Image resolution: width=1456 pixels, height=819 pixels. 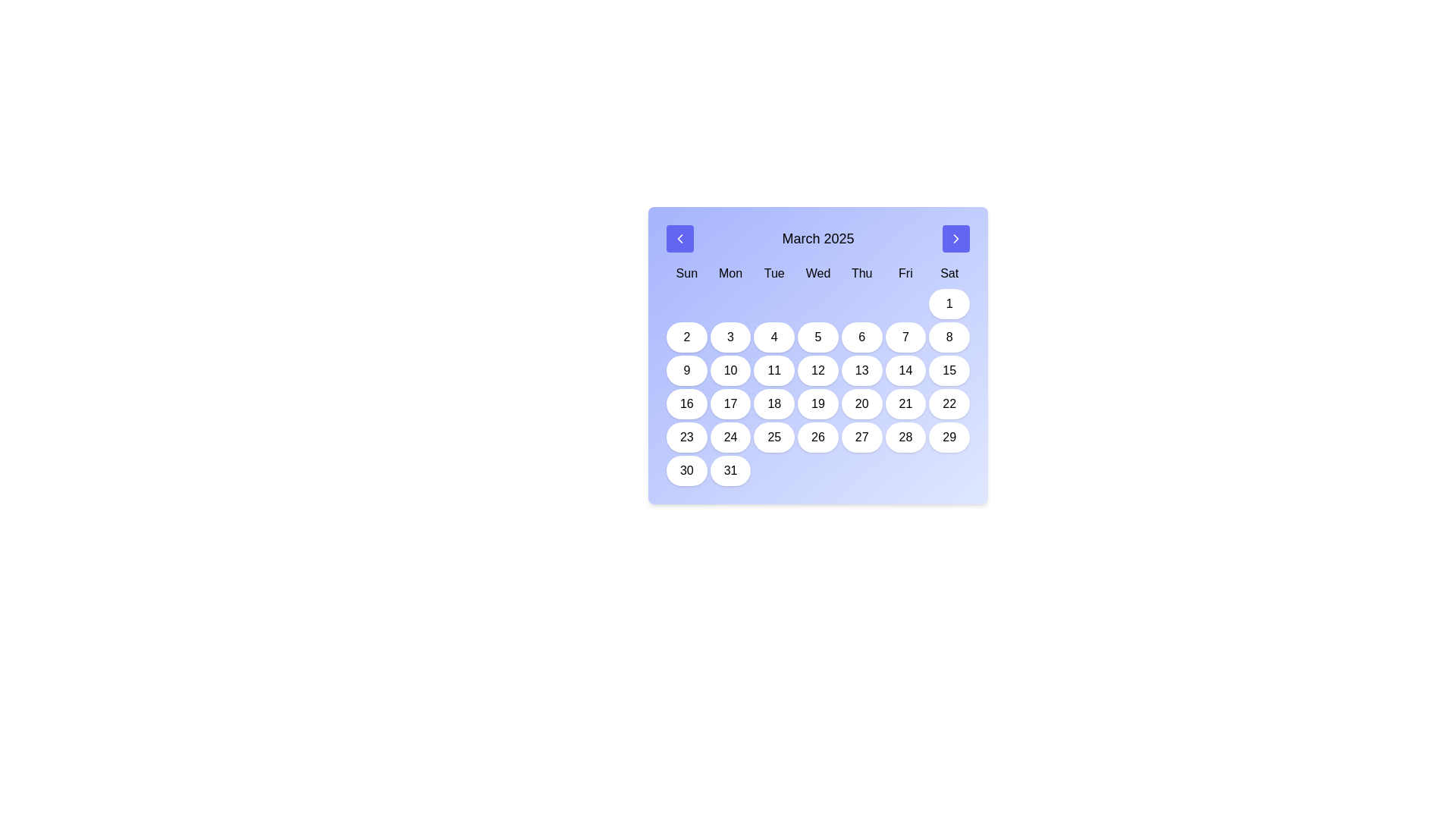 What do you see at coordinates (730, 371) in the screenshot?
I see `the selectable day button for the 10th in the calendar interface` at bounding box center [730, 371].